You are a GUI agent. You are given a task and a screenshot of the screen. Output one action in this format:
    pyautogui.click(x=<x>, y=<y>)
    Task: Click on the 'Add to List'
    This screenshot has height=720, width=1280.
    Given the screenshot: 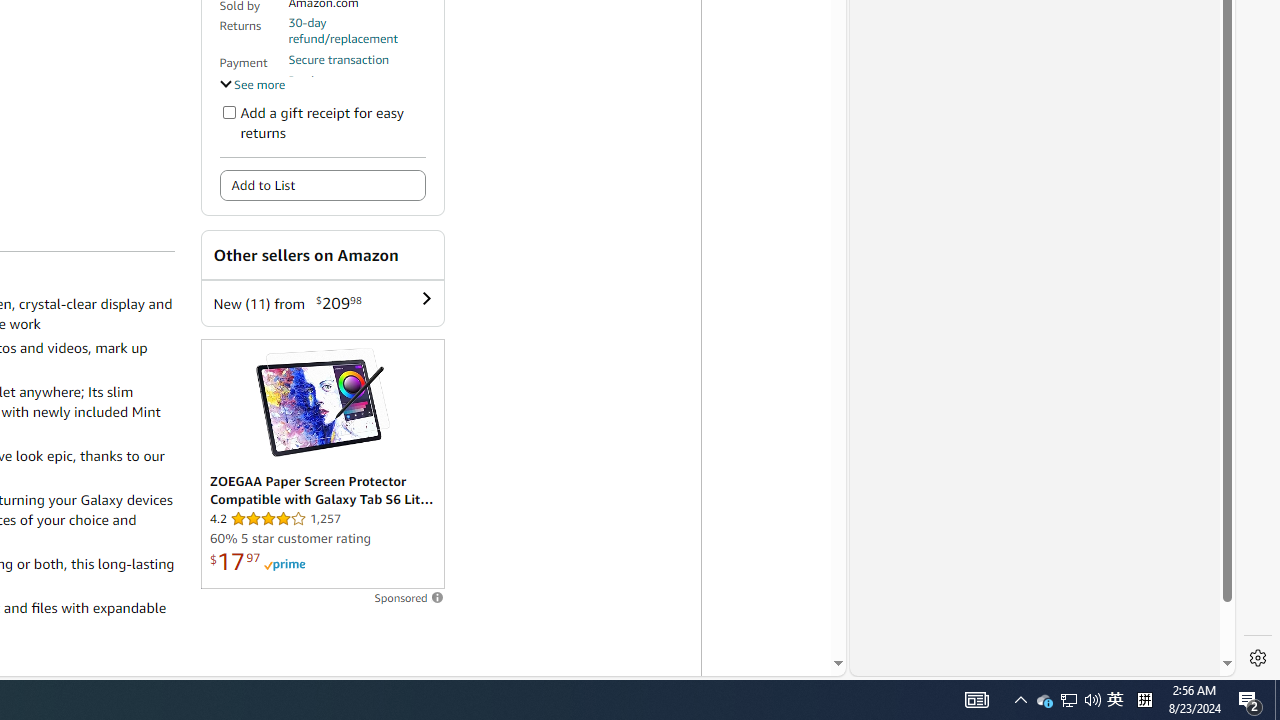 What is the action you would take?
    pyautogui.click(x=322, y=185)
    